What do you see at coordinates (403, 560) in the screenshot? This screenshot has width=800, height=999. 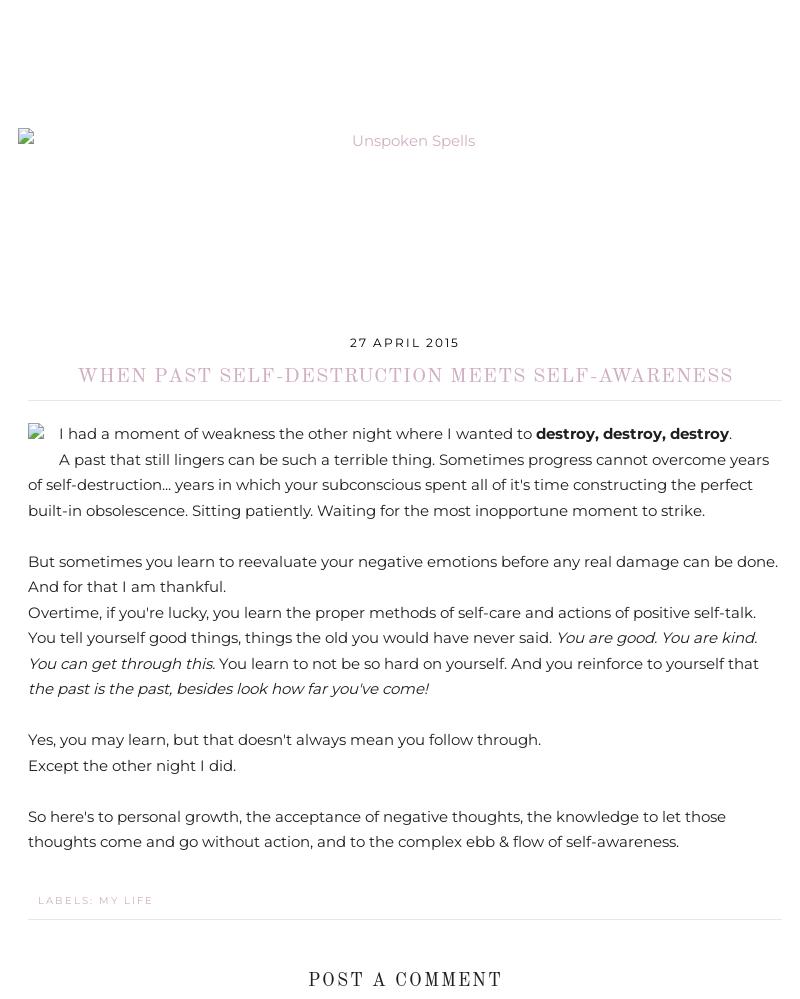 I see `'But sometimes you learn to reevaluate your negative emotions before any real damage can be done.'` at bounding box center [403, 560].